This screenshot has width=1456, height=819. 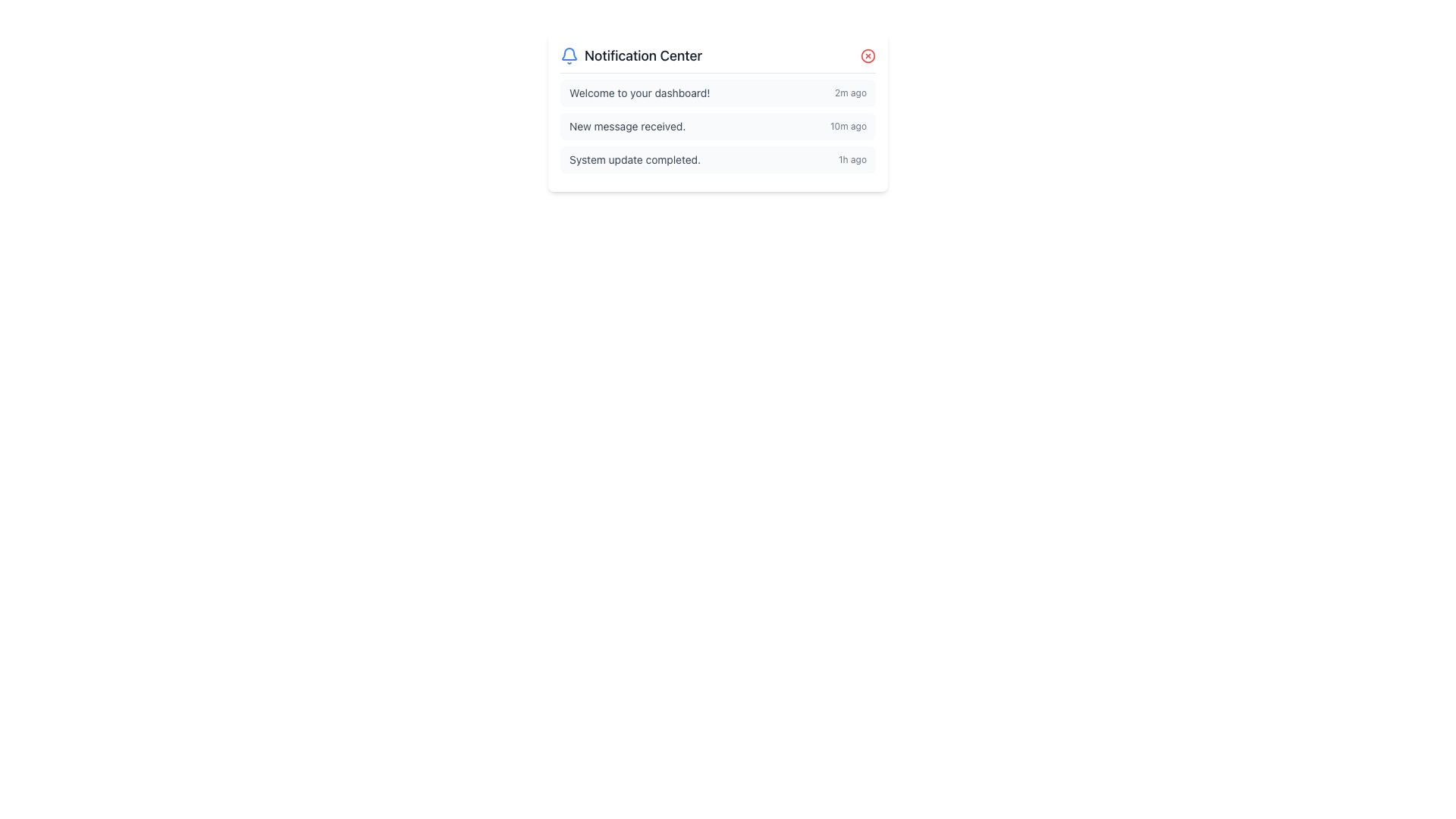 I want to click on the first notification entry in the Notification Center that displays 'Welcome to your dashboard!', so click(x=717, y=93).